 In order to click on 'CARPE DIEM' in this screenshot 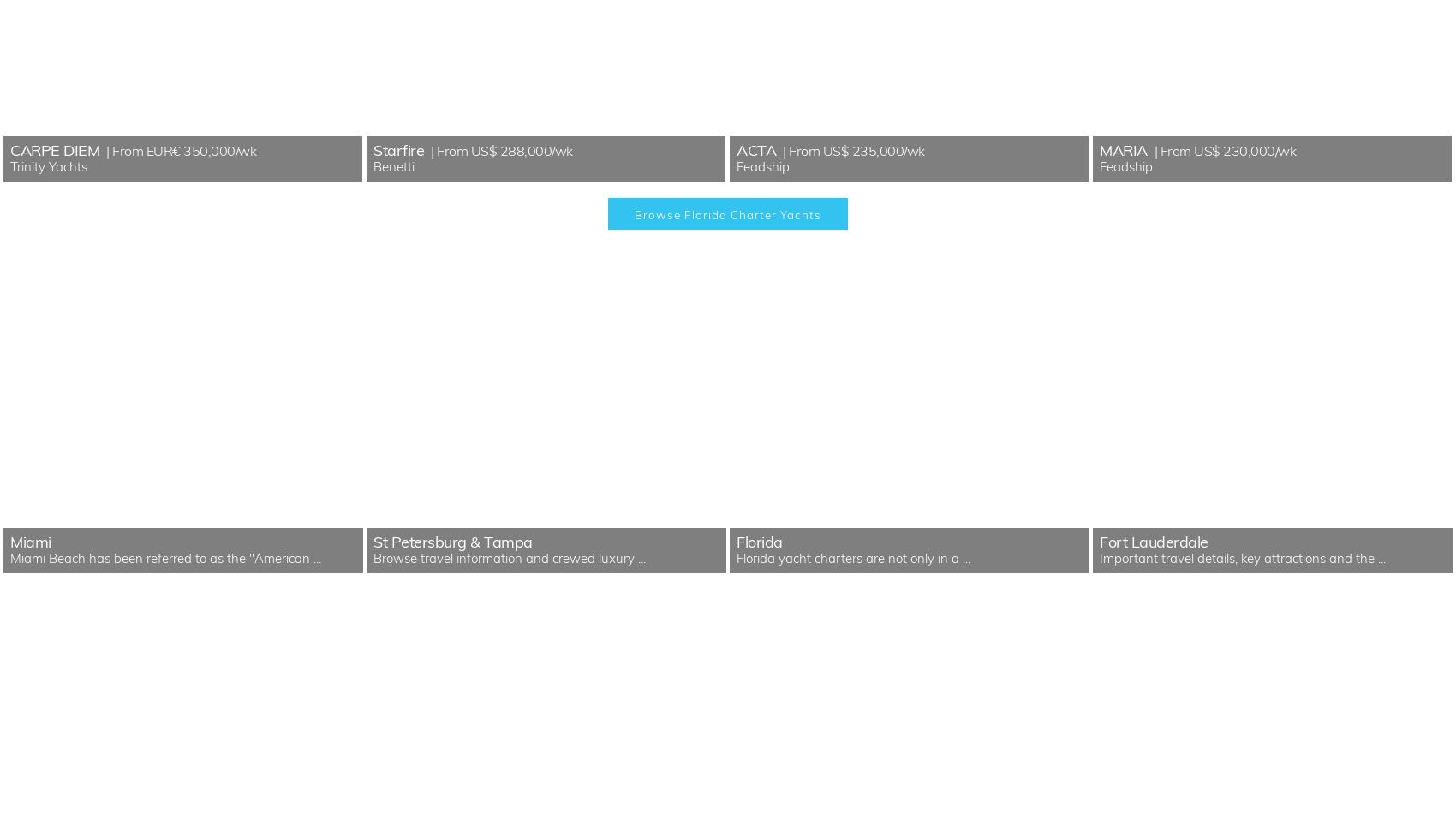, I will do `click(54, 149)`.